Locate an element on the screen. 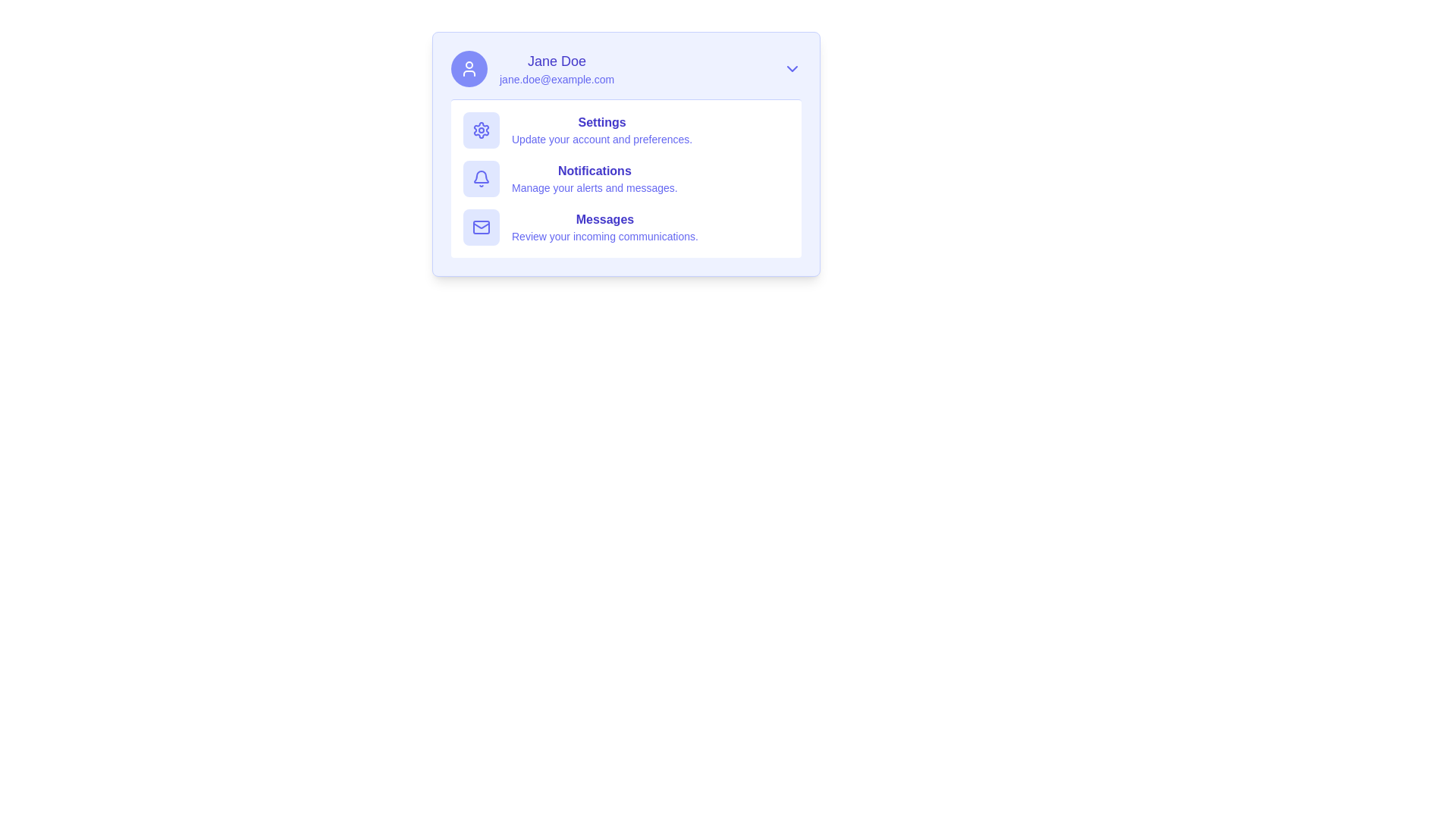 The width and height of the screenshot is (1456, 819). the 'Settings' text element in the dropdown menu that provides account and preferences updates, located in the second slot of the options list is located at coordinates (601, 130).